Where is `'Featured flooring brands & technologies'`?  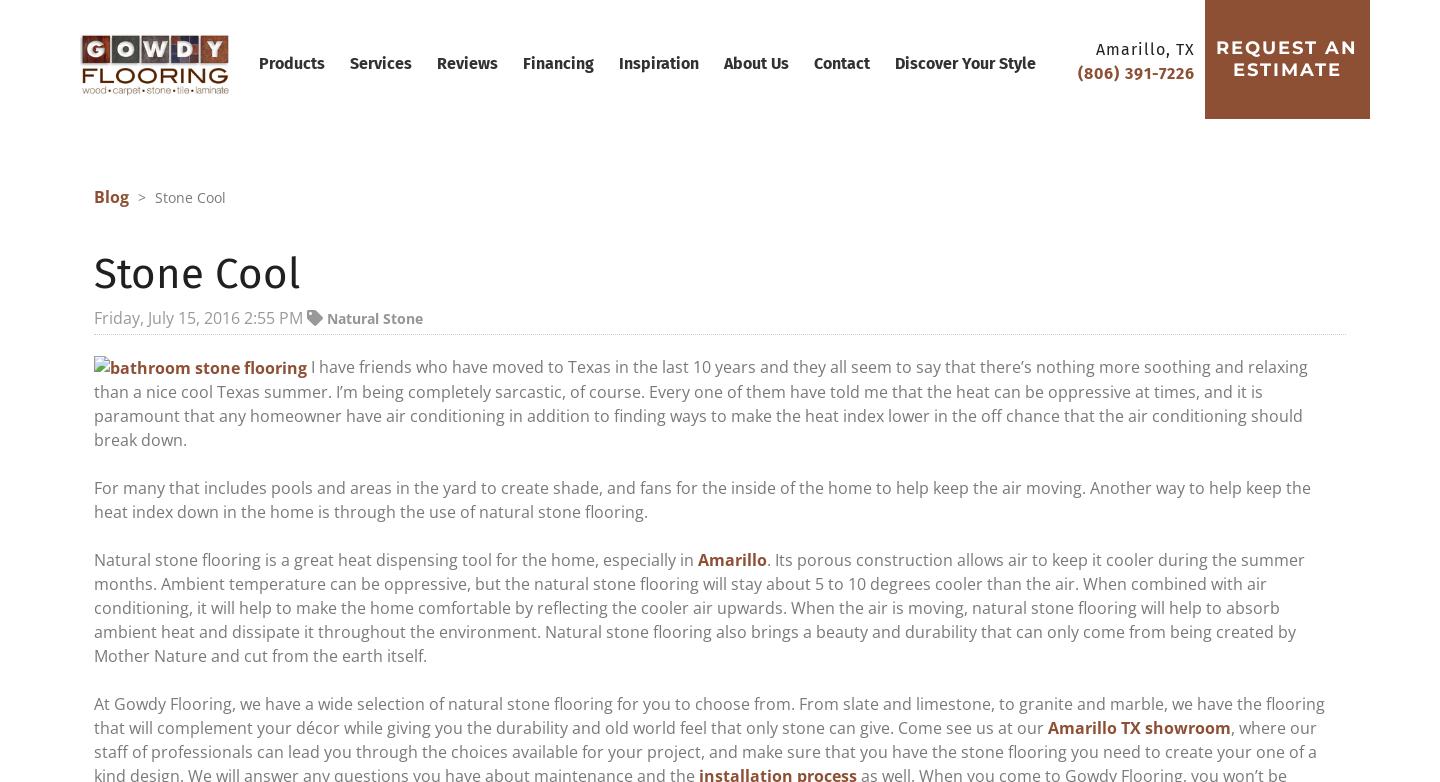 'Featured flooring brands & technologies' is located at coordinates (720, 602).